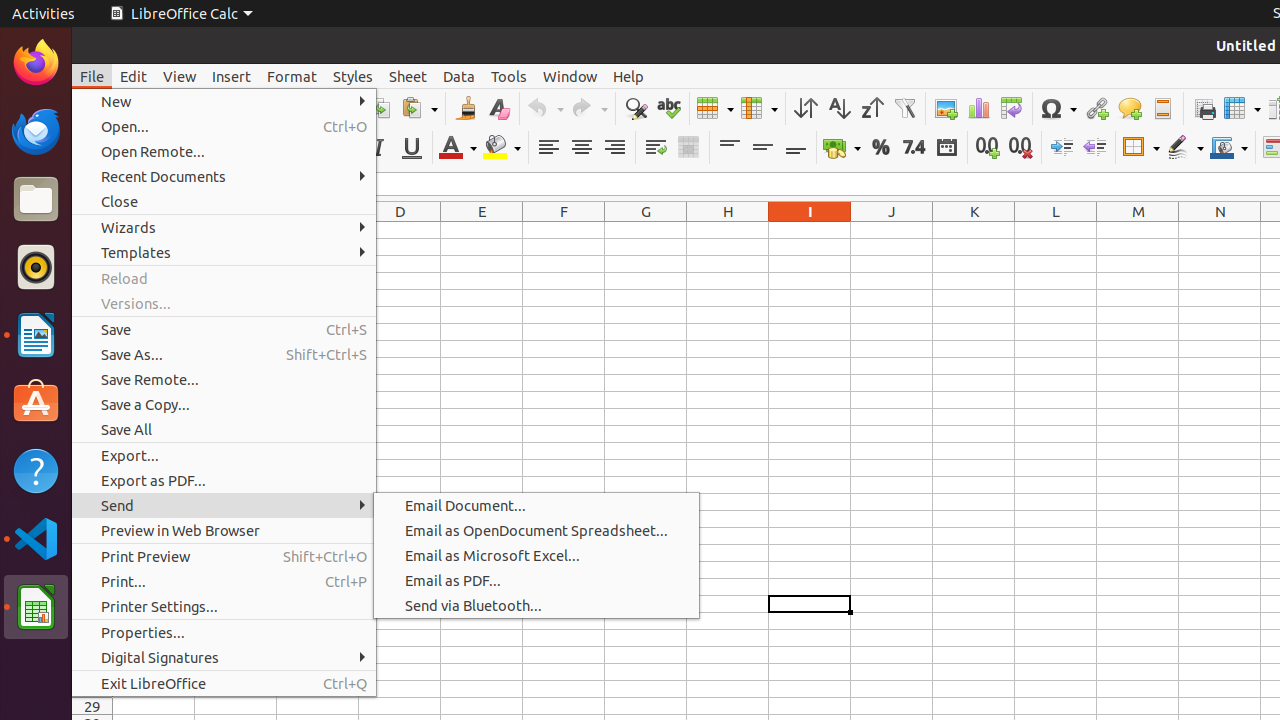 This screenshot has height=720, width=1280. I want to click on 'Save Remote...', so click(224, 379).